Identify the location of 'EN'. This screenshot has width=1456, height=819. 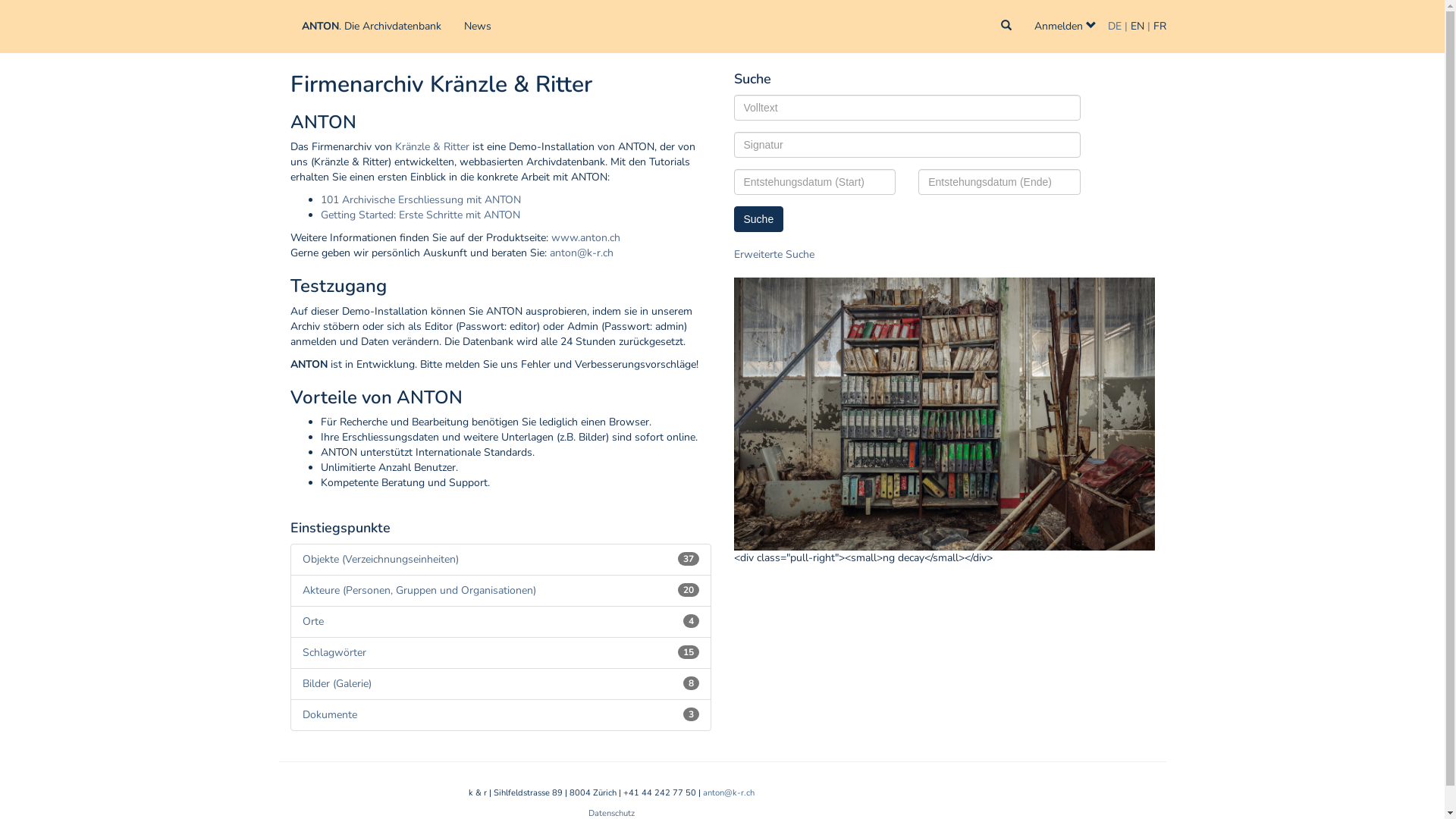
(1136, 26).